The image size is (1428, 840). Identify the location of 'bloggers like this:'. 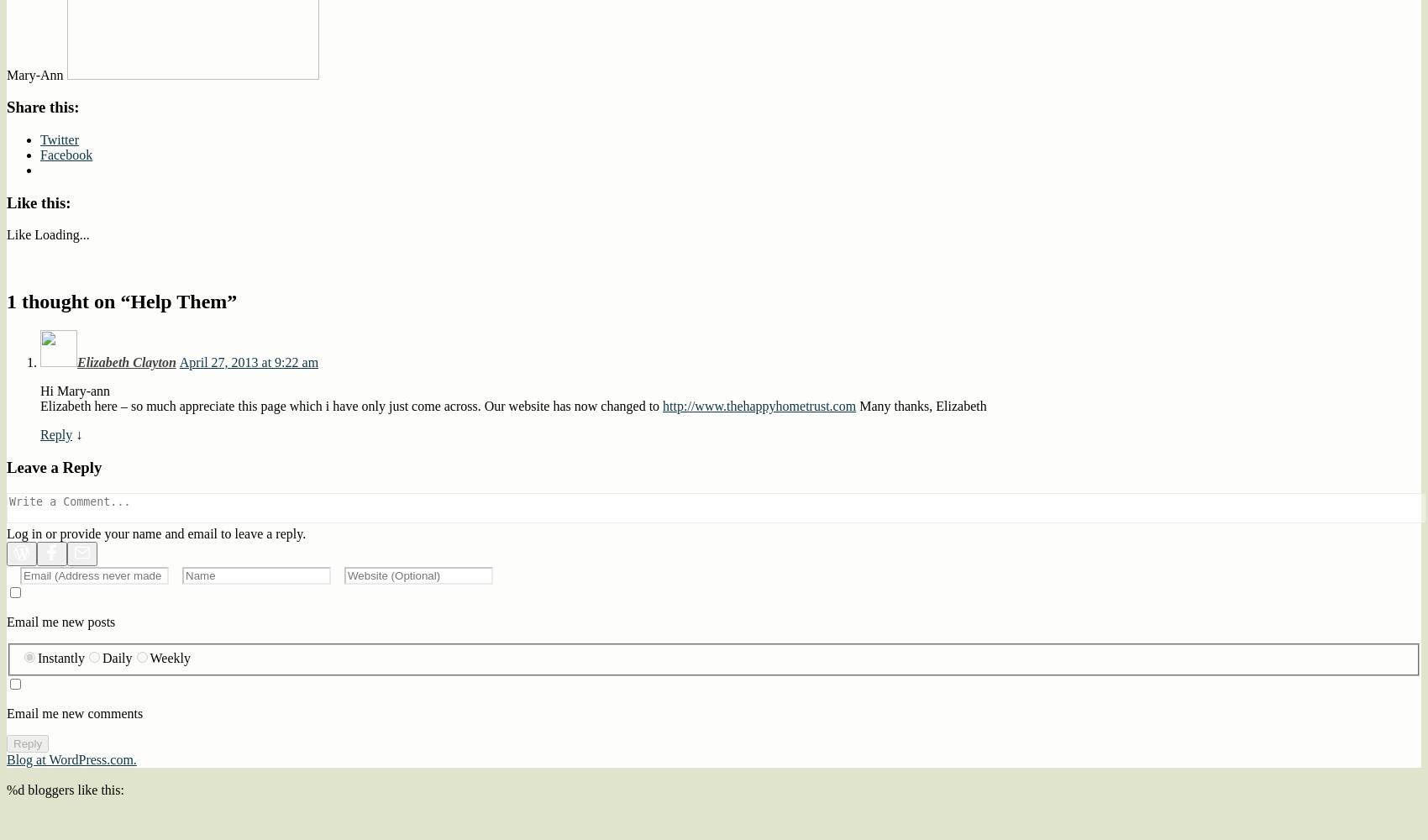
(74, 789).